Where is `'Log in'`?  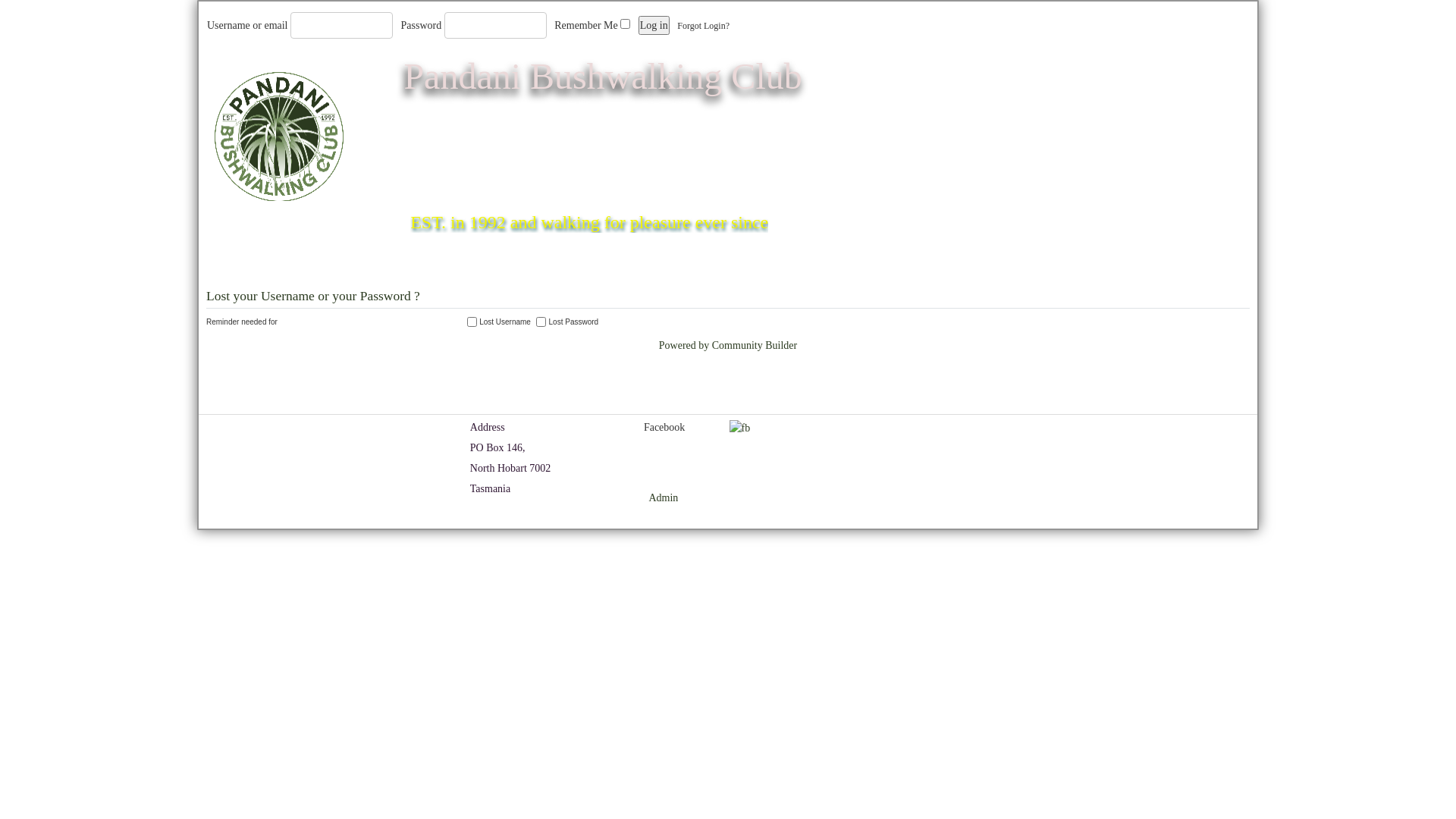 'Log in' is located at coordinates (654, 25).